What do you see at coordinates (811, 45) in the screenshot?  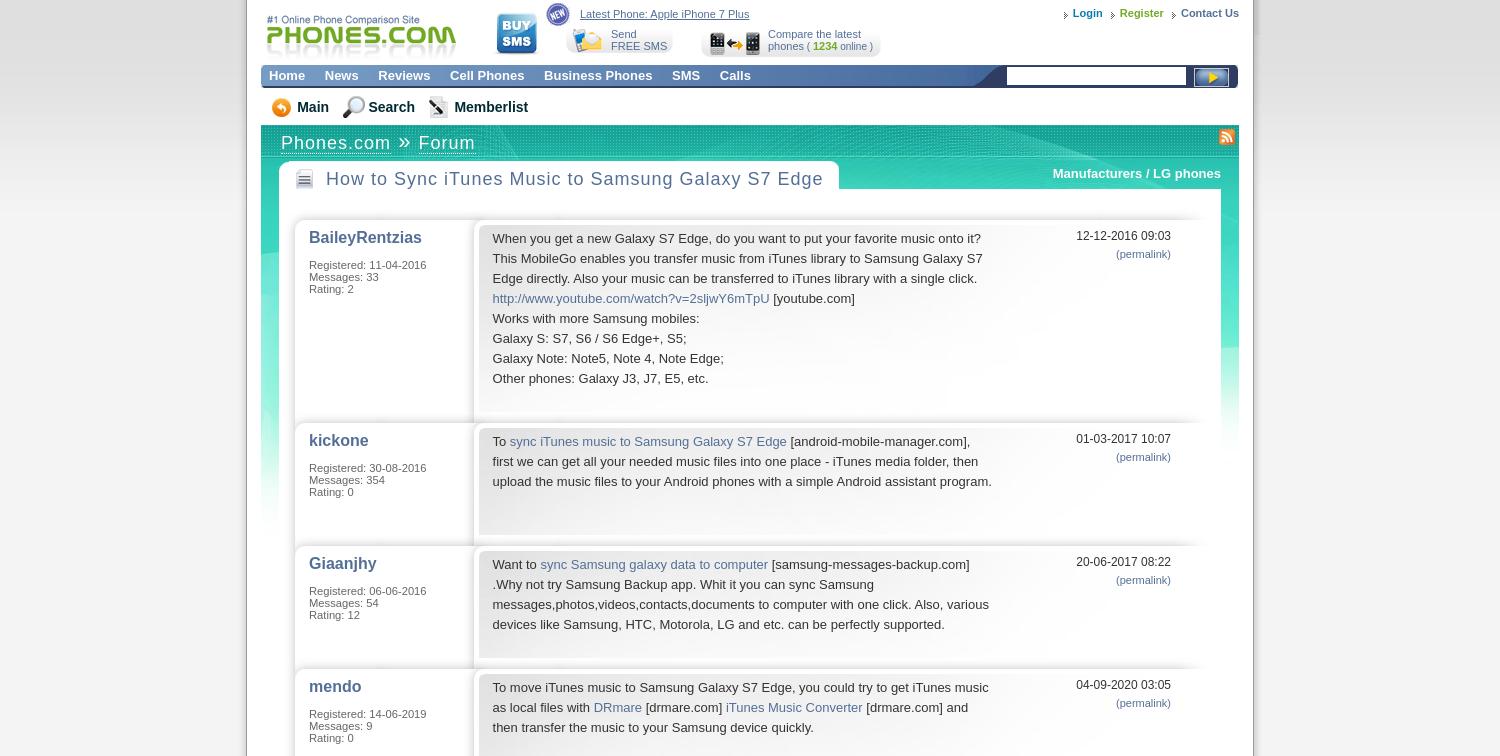 I see `'1234'` at bounding box center [811, 45].